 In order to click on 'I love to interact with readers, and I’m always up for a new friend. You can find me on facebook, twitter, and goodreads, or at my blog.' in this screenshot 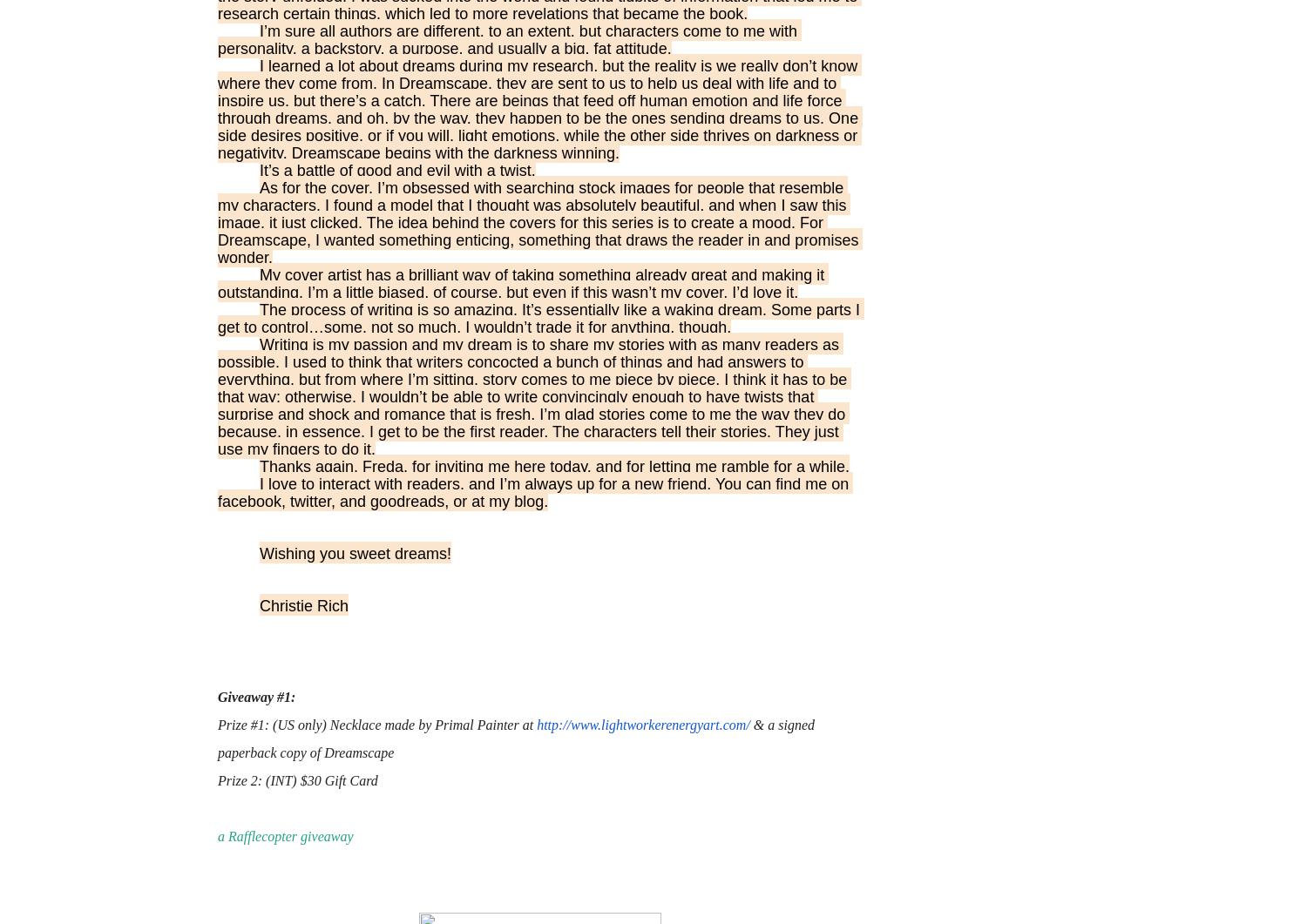, I will do `click(534, 492)`.